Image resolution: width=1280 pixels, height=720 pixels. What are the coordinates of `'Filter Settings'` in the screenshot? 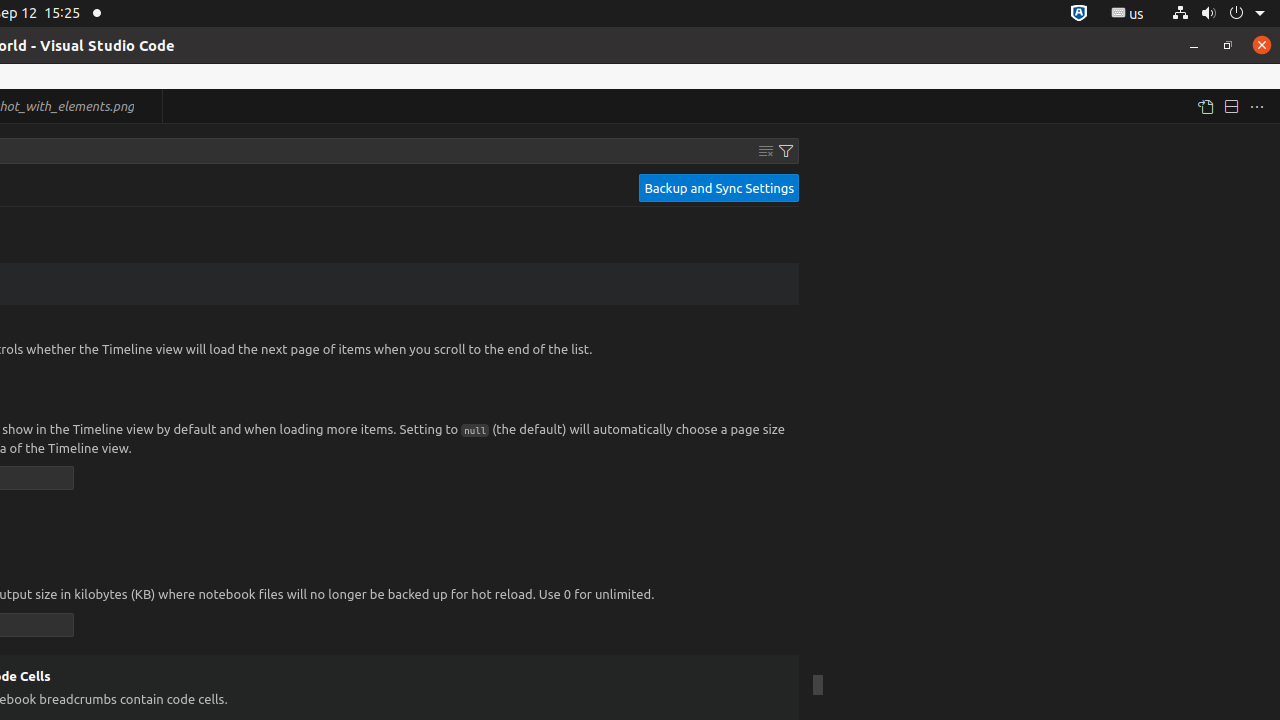 It's located at (785, 149).